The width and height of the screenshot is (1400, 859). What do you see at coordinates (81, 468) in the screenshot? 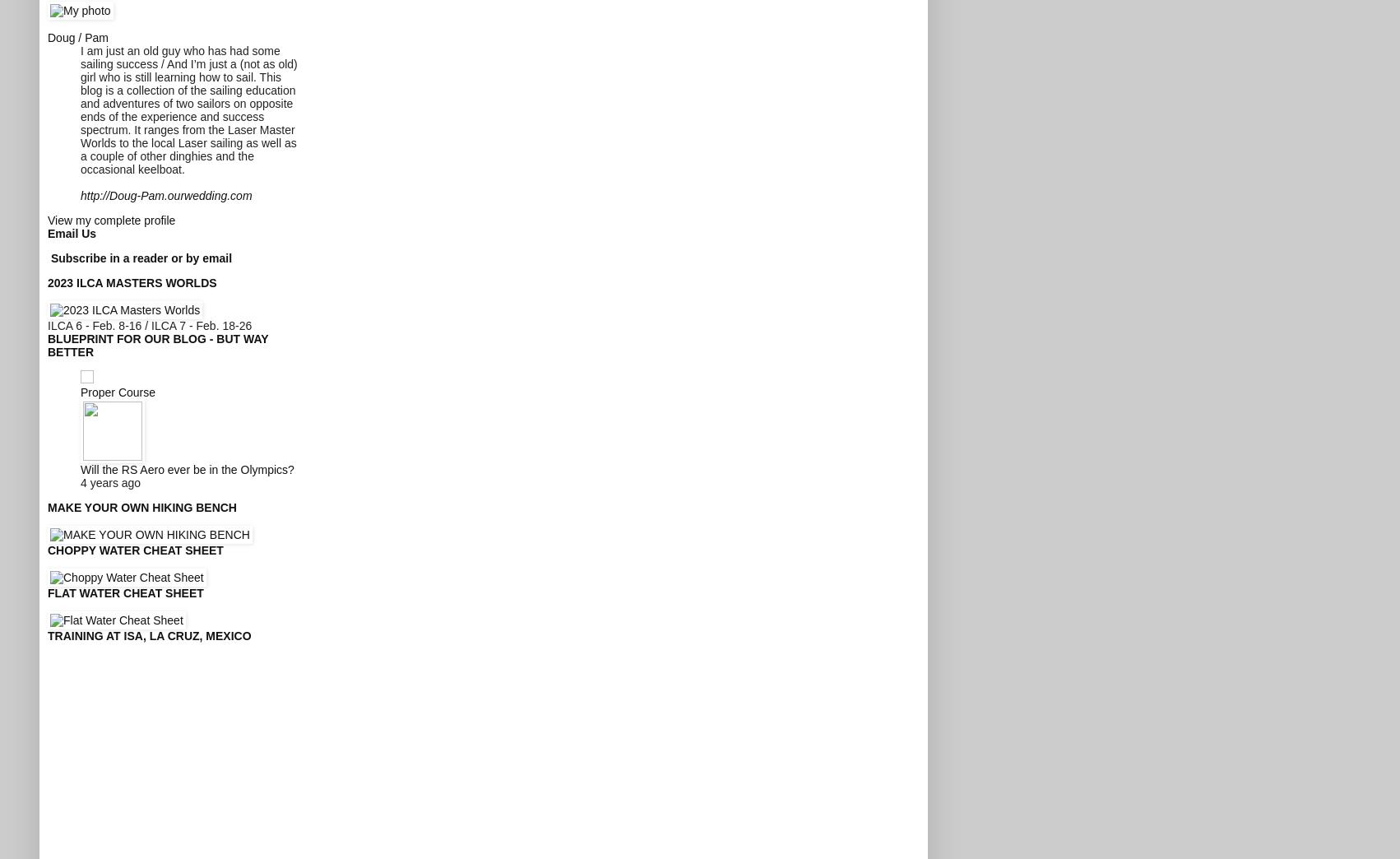
I see `'Will the RS Aero ever be in the Olympics?'` at bounding box center [81, 468].